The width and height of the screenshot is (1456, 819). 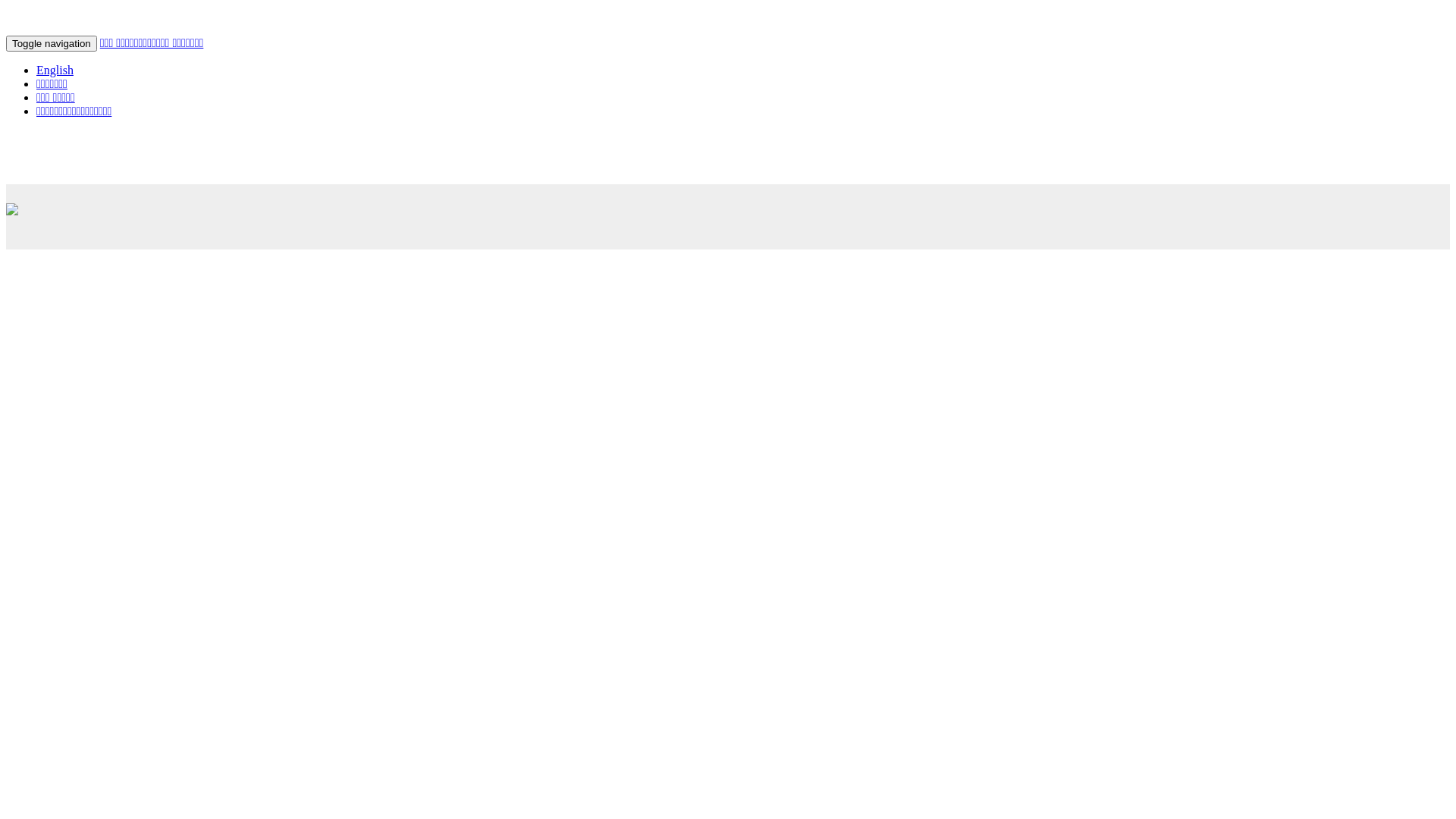 I want to click on 'Toggle navigation', so click(x=51, y=42).